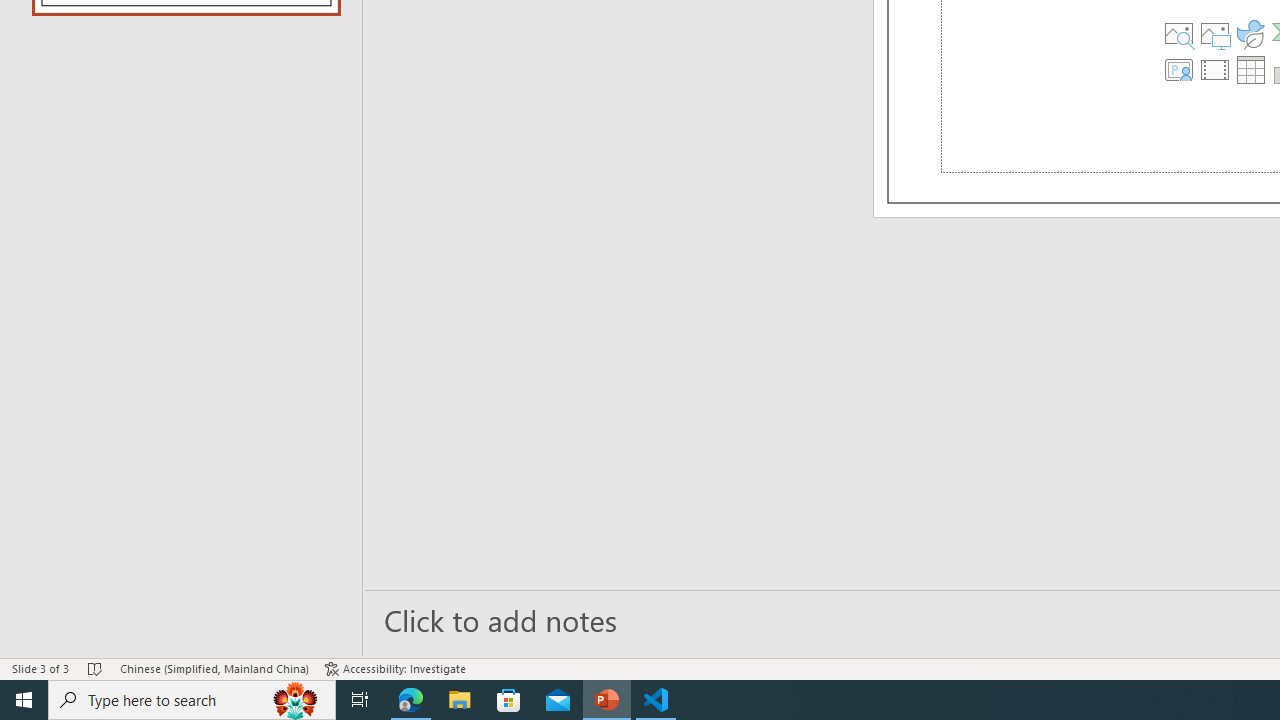 The height and width of the screenshot is (720, 1280). What do you see at coordinates (1248, 33) in the screenshot?
I see `'Insert an Icon'` at bounding box center [1248, 33].